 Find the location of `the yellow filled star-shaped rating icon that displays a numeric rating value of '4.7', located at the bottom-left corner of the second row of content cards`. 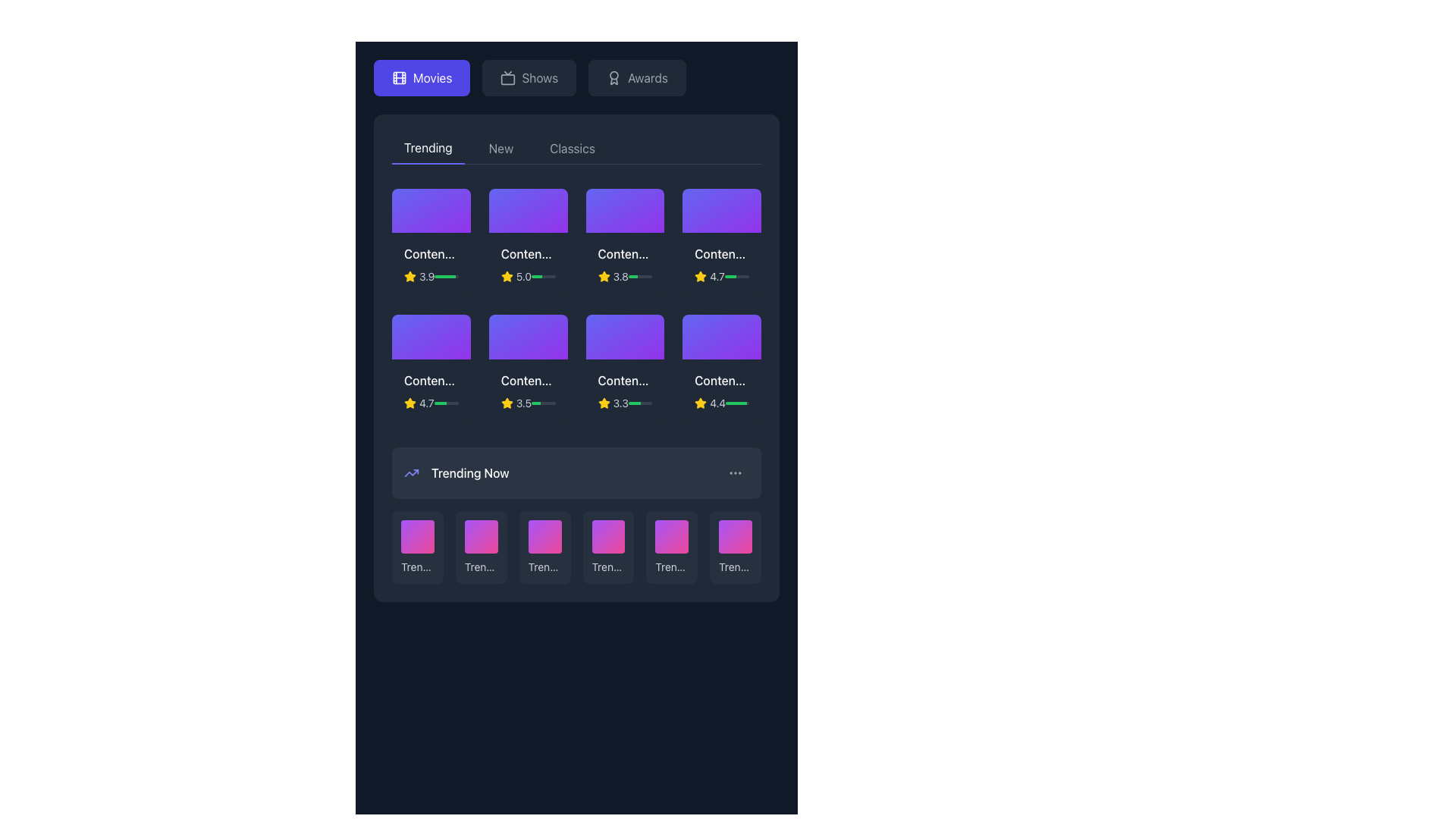

the yellow filled star-shaped rating icon that displays a numeric rating value of '4.7', located at the bottom-left corner of the second row of content cards is located at coordinates (410, 402).